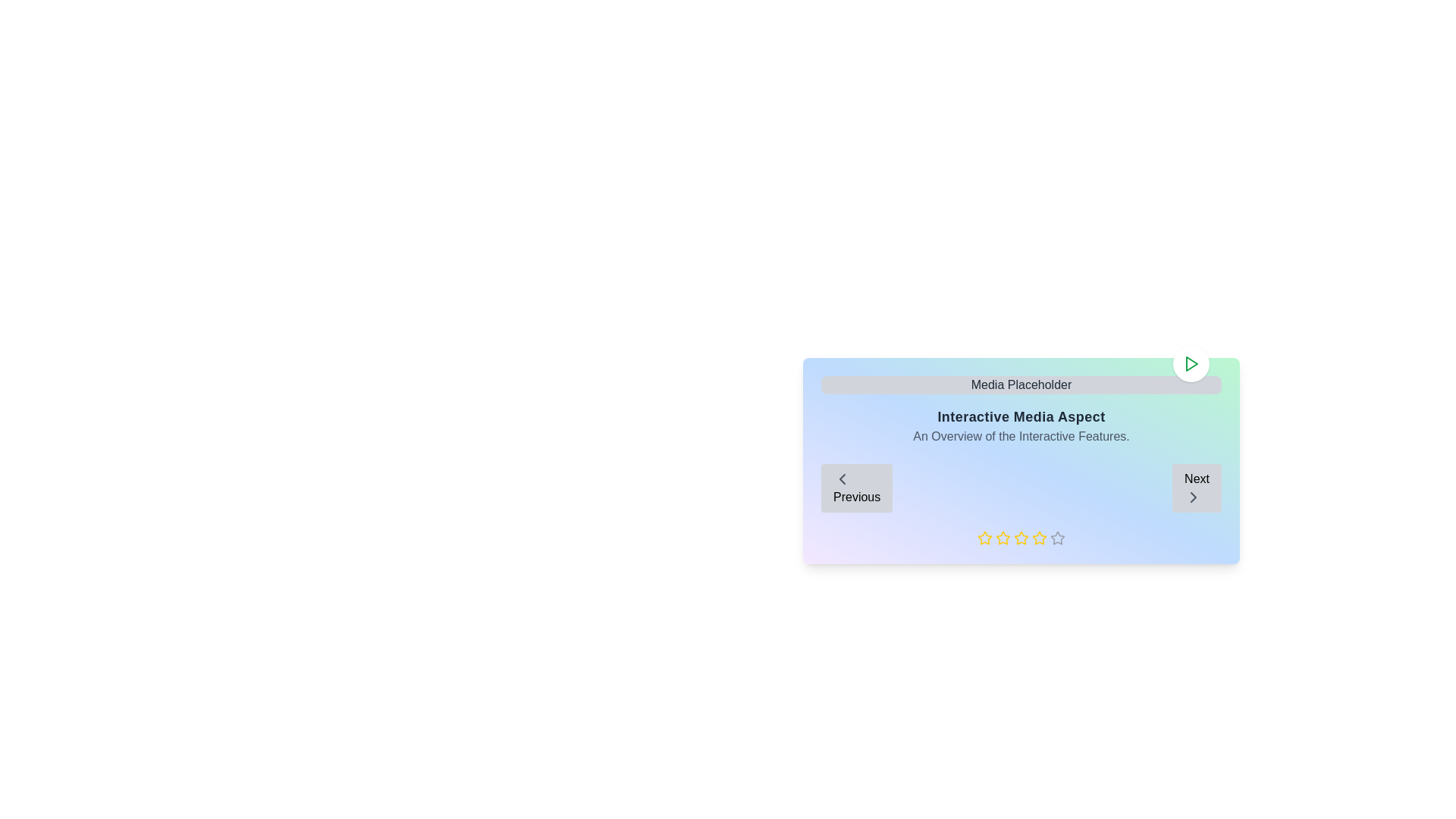  I want to click on the 'play' button located at the bottom-right corner of the 'Media Placeholder' to observe any tooltip or style changes, so click(1190, 363).